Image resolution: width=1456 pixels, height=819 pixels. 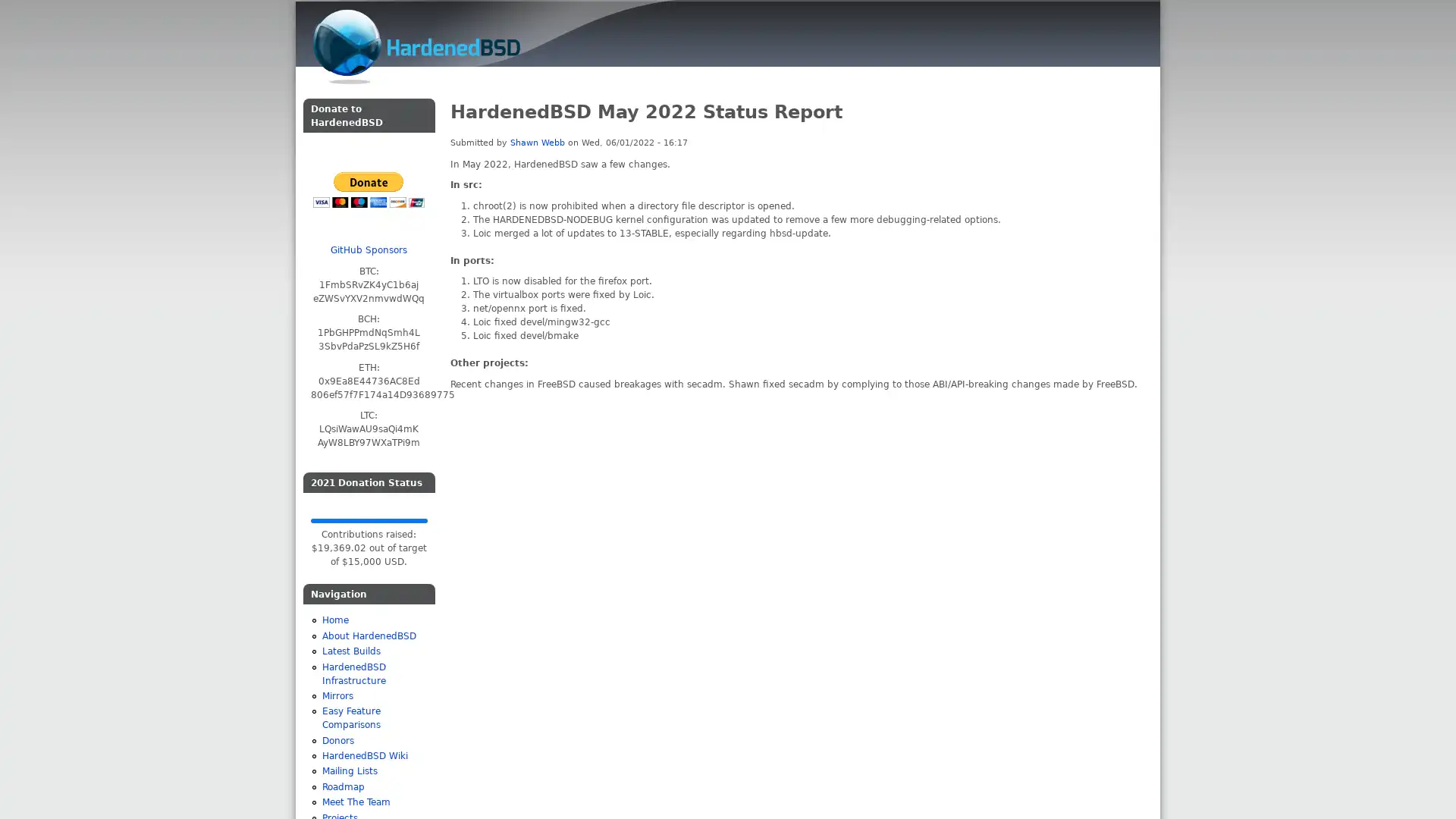 What do you see at coordinates (369, 189) in the screenshot?
I see `PayPal - The safer, easier way to pay online!` at bounding box center [369, 189].